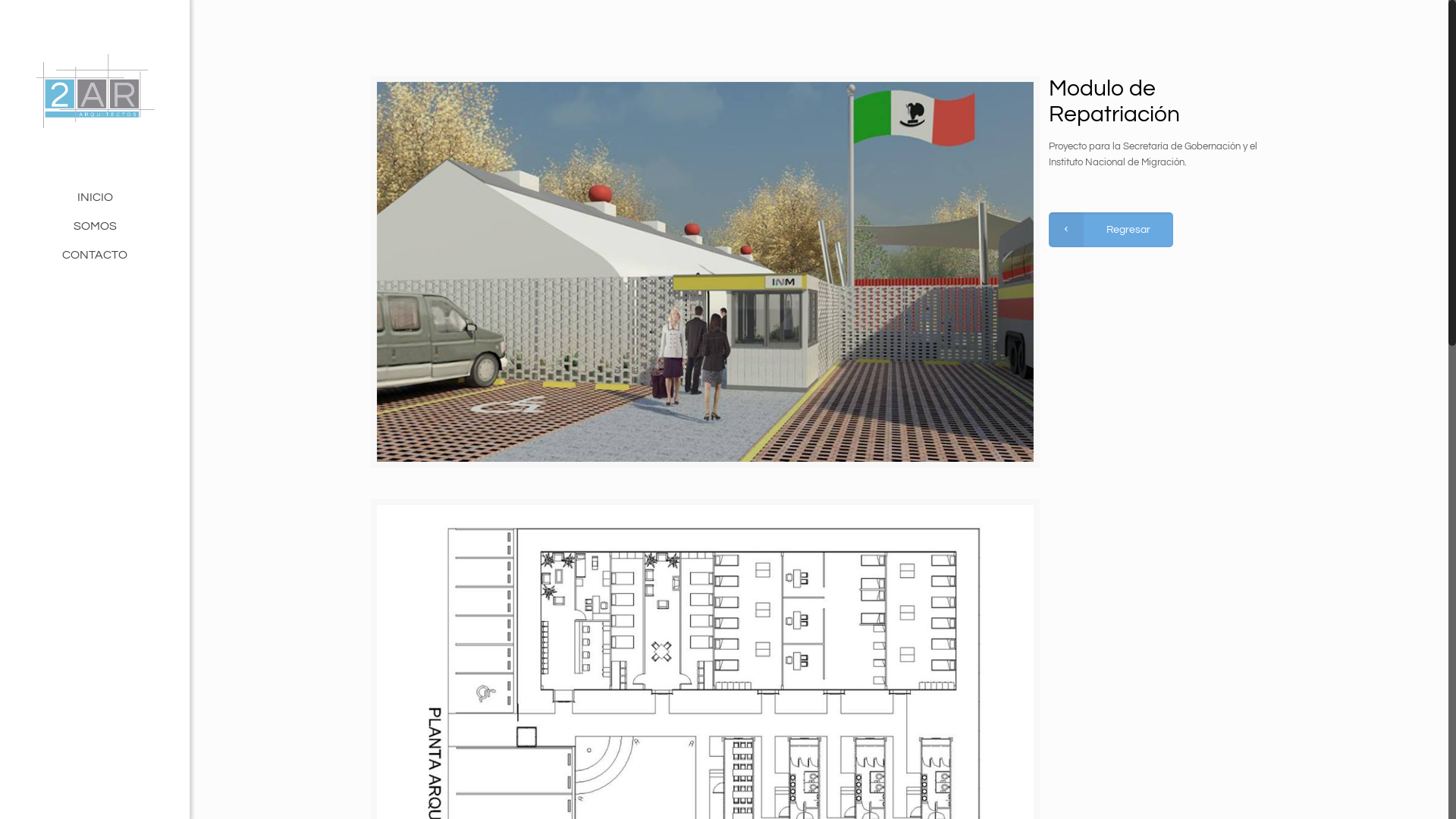 This screenshot has height=819, width=1456. Describe the element at coordinates (0, 196) in the screenshot. I see `'INICIO'` at that location.